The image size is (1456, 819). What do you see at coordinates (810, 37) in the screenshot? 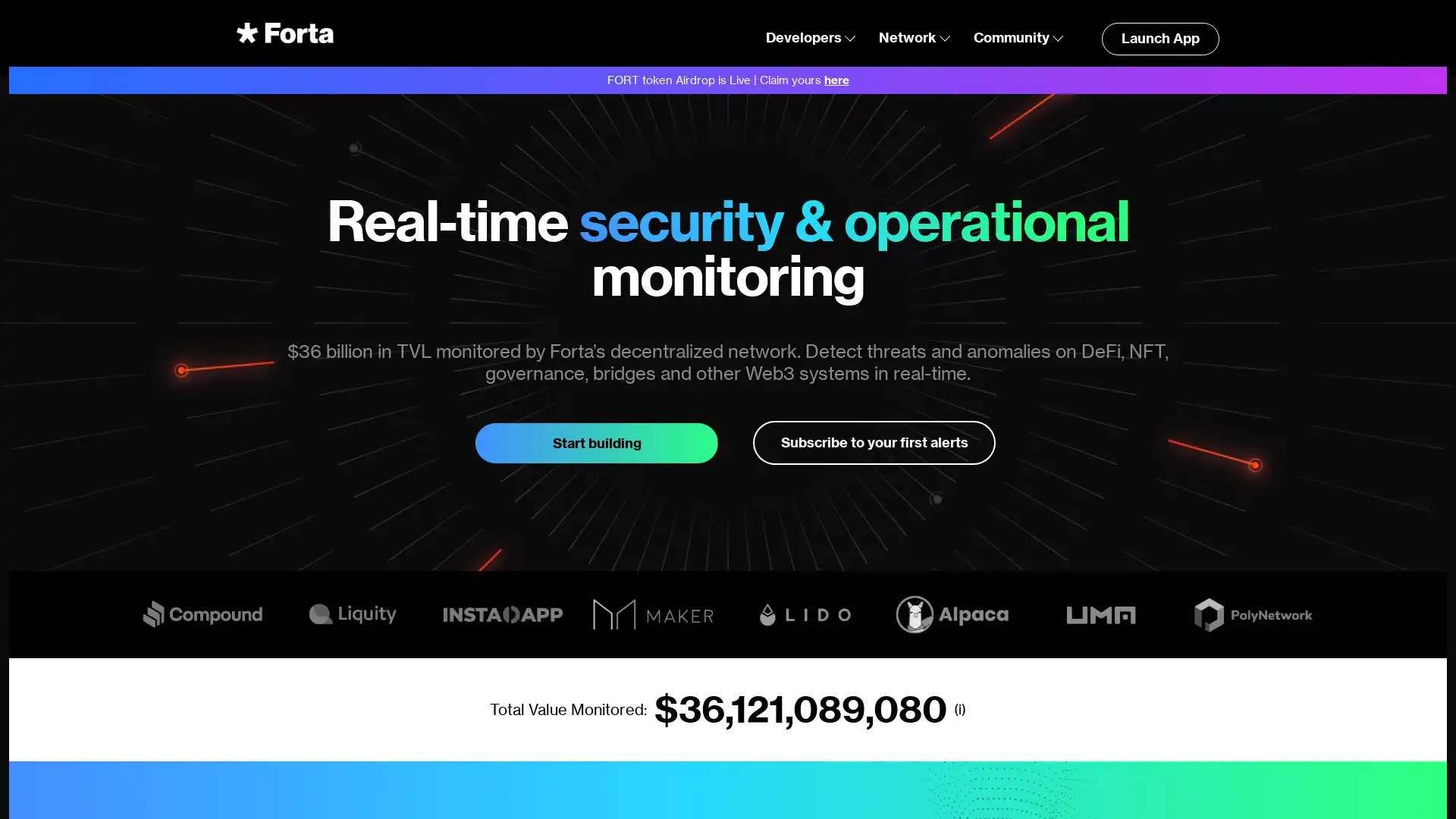
I see `Developers` at bounding box center [810, 37].